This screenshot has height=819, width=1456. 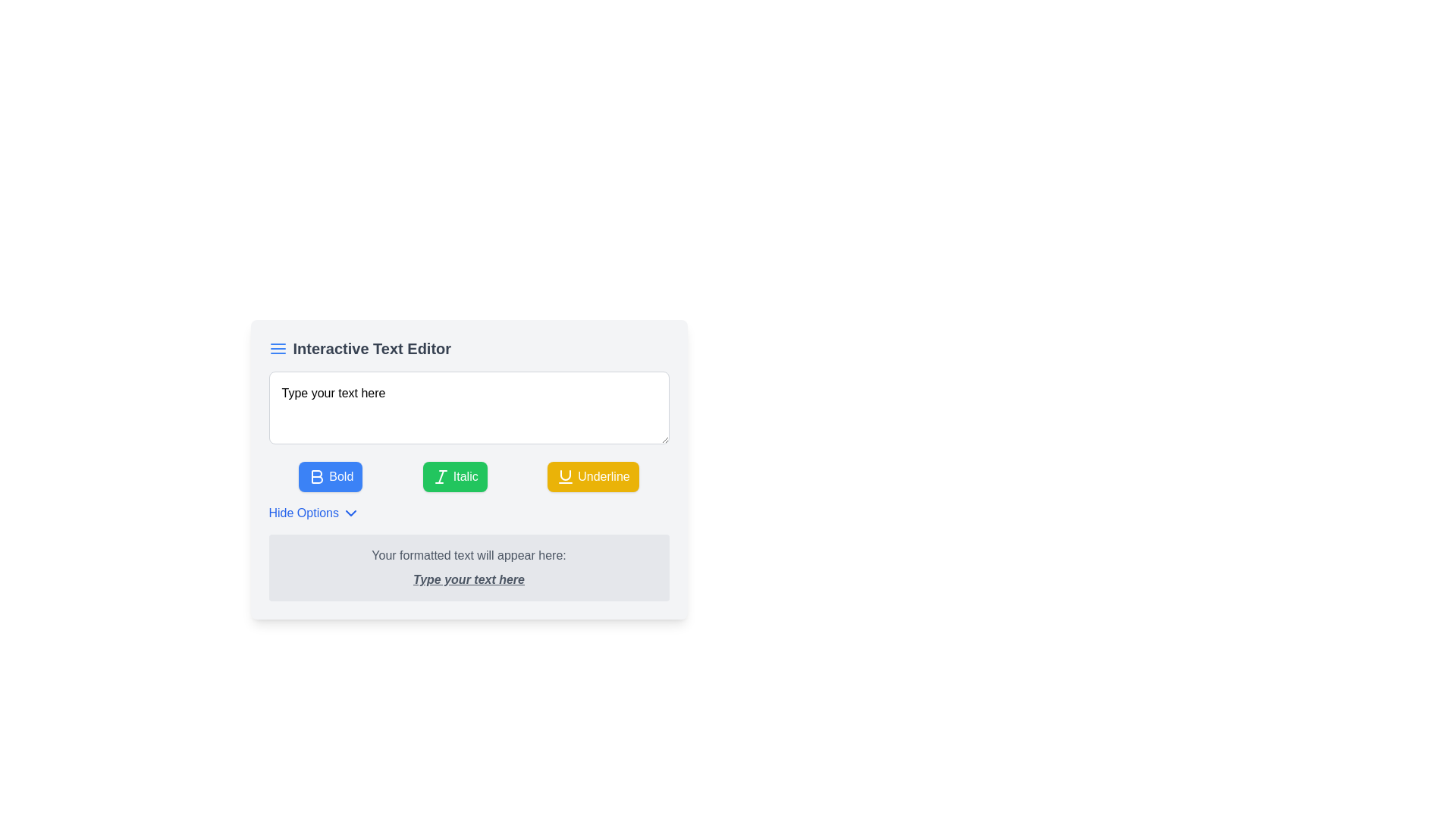 What do you see at coordinates (330, 475) in the screenshot?
I see `the 'Bold' button with a blue background and white bold text` at bounding box center [330, 475].